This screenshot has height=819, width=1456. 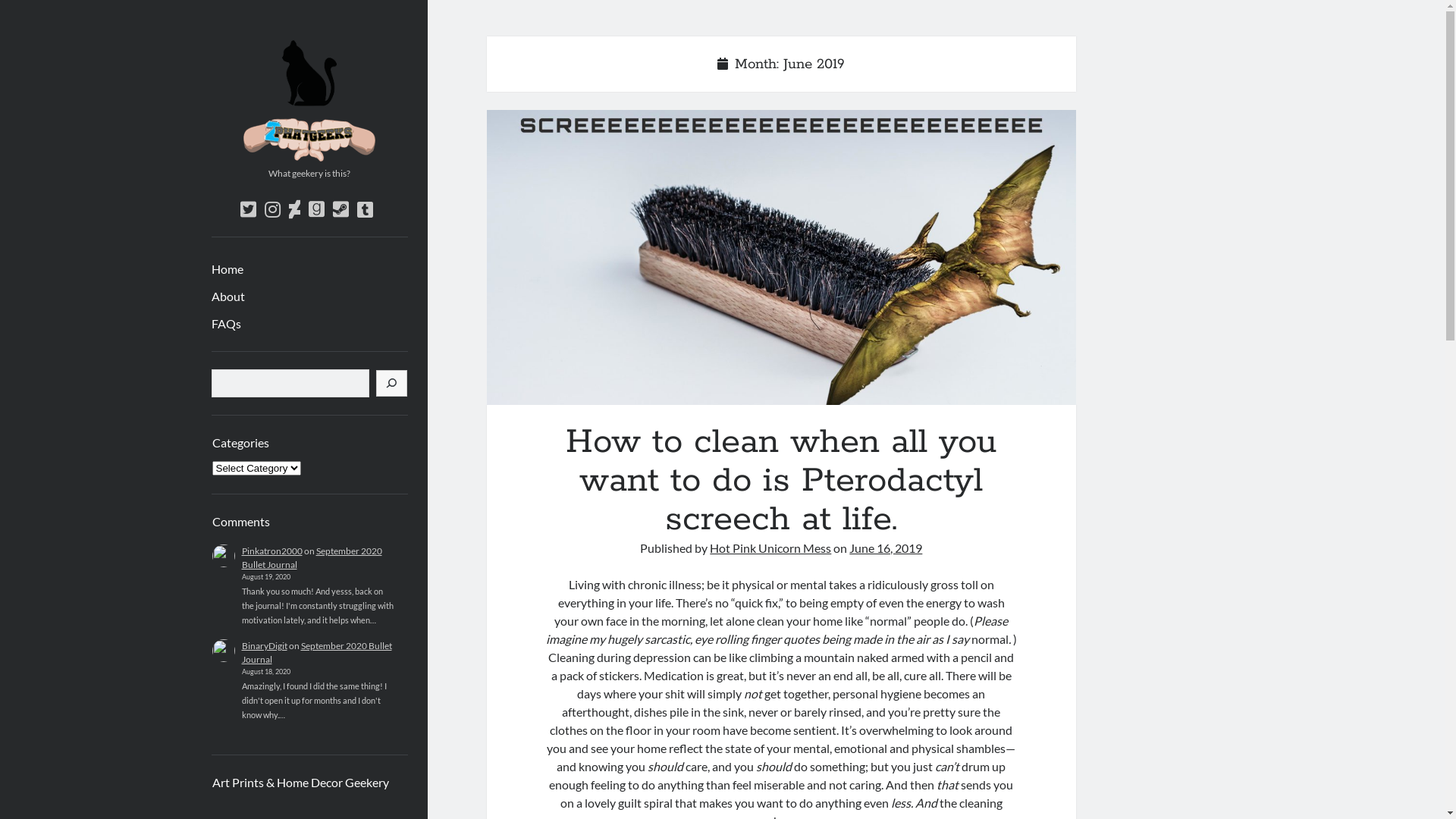 What do you see at coordinates (271, 551) in the screenshot?
I see `'Pinkatron2000'` at bounding box center [271, 551].